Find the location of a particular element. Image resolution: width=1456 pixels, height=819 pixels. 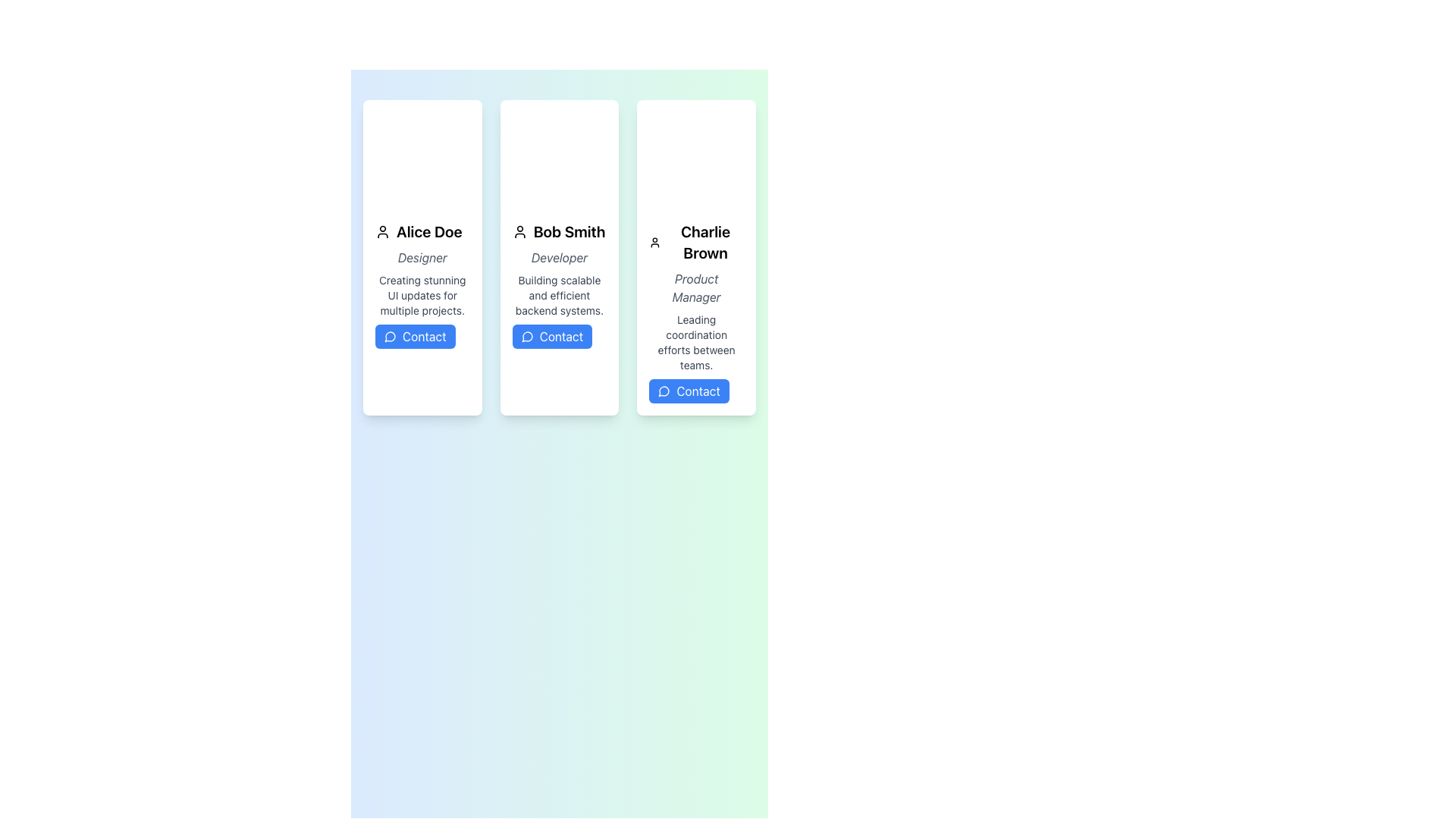

the static text label that reads 'Building scalable and efficient backend systems', which is positioned below 'Bob Smith' and above the 'Contact' button is located at coordinates (559, 295).